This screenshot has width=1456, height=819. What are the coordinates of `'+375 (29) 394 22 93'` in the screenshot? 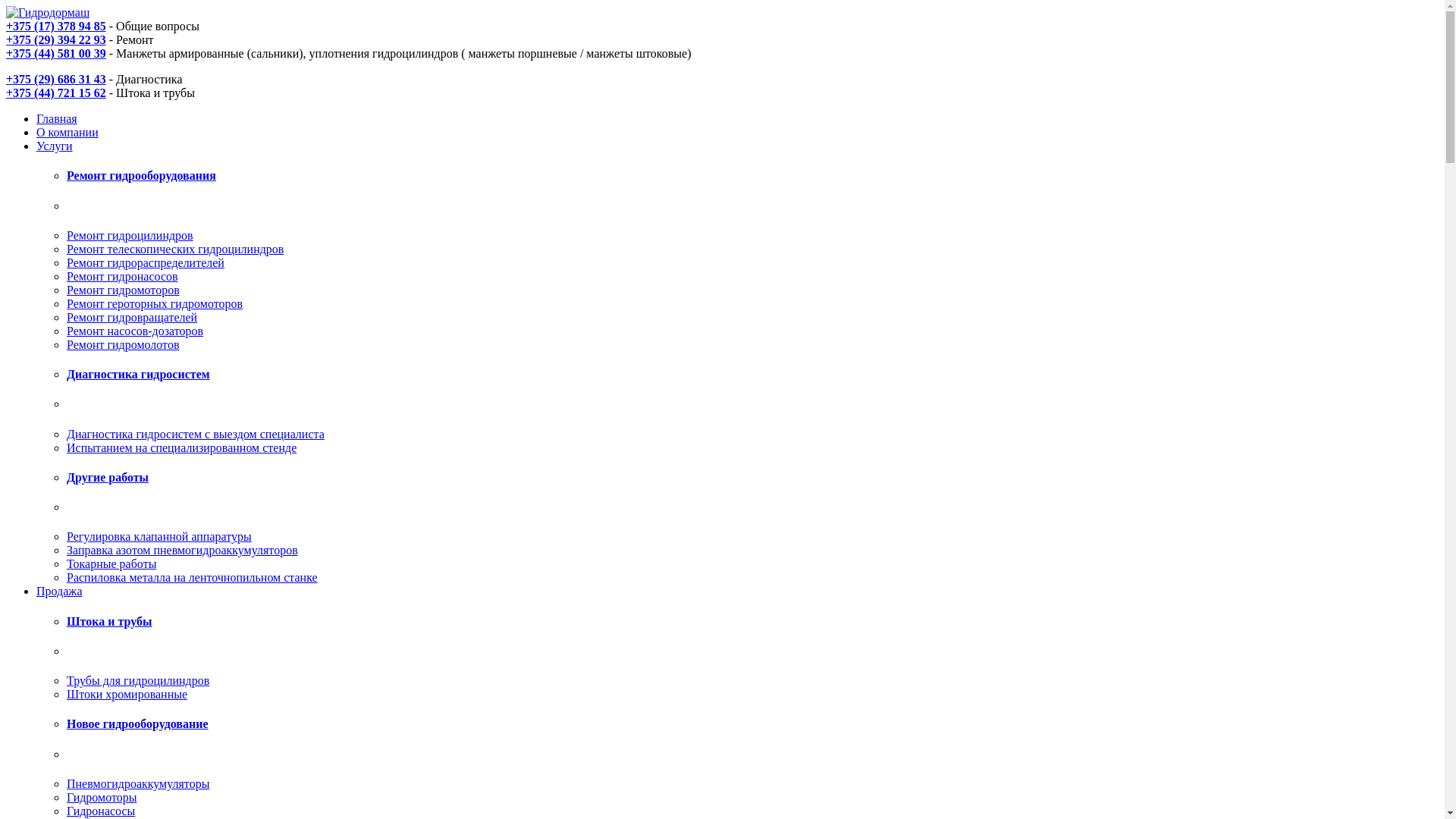 It's located at (55, 39).